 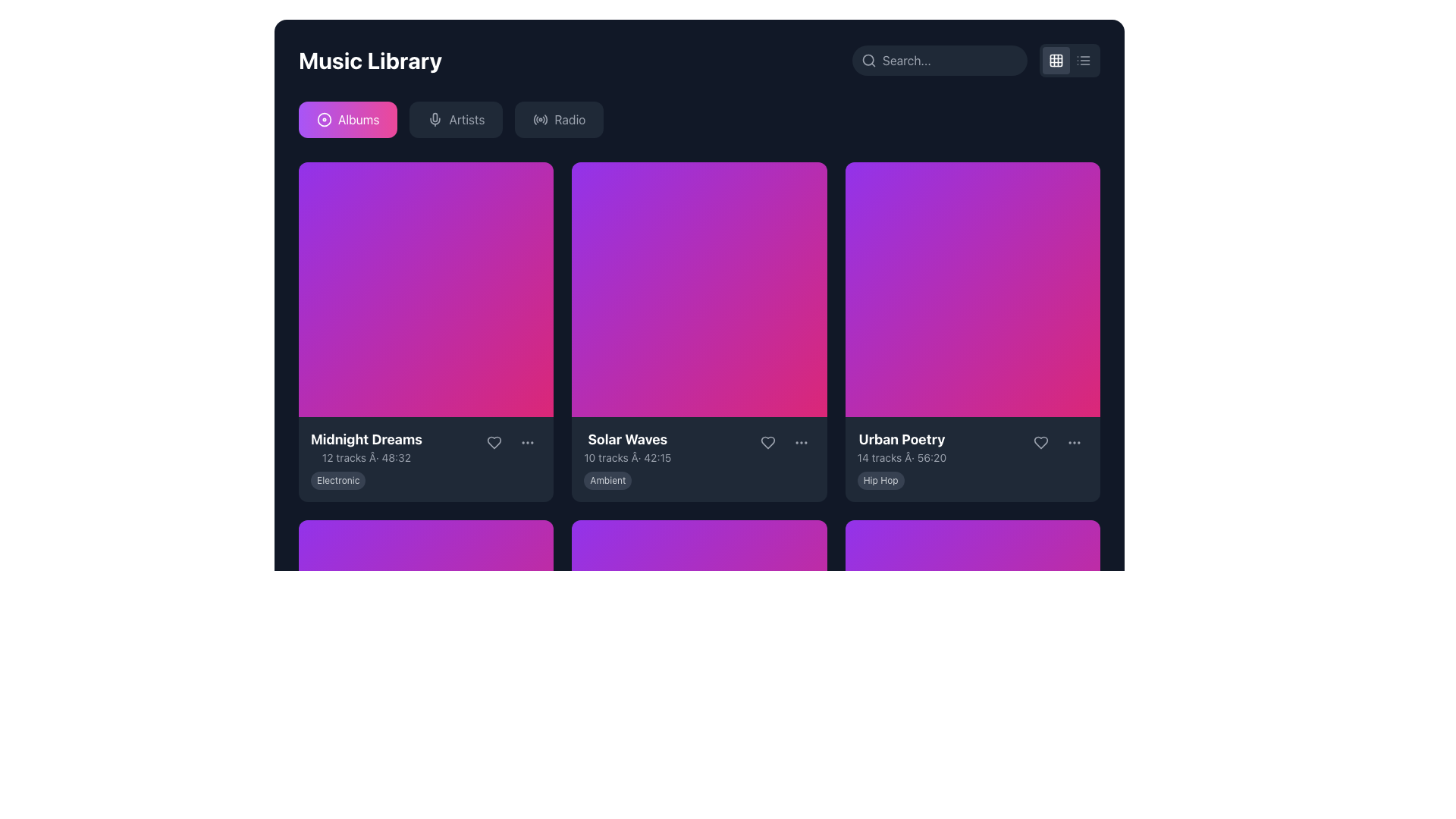 What do you see at coordinates (627, 447) in the screenshot?
I see `the Text Display element that shows 'Solar Waves' in bold white text and '10 tracks · 42:15' in smaller gray text, located in the middle column below the album cover` at bounding box center [627, 447].